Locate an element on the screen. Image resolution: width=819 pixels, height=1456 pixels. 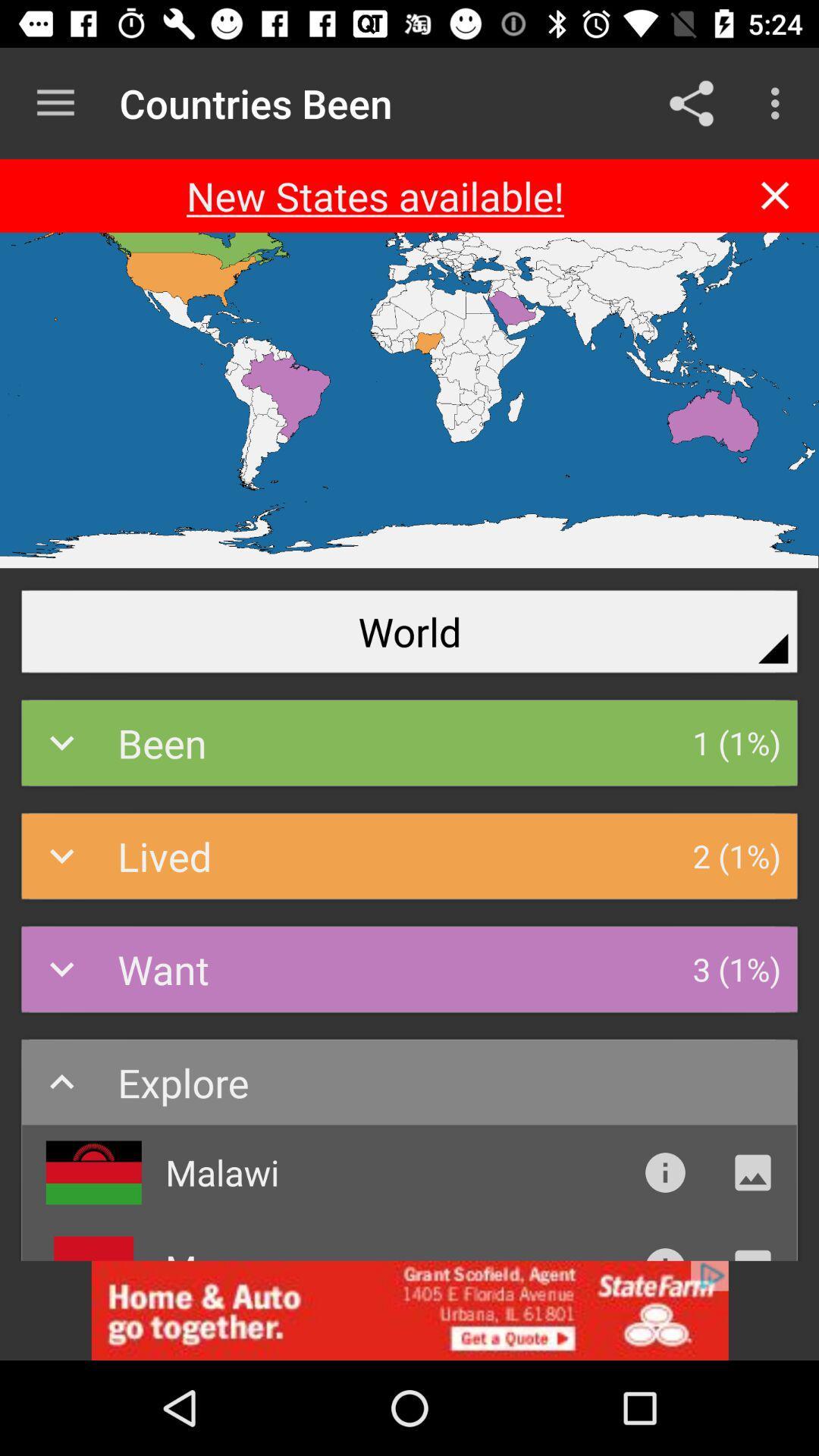
open settings is located at coordinates (55, 102).